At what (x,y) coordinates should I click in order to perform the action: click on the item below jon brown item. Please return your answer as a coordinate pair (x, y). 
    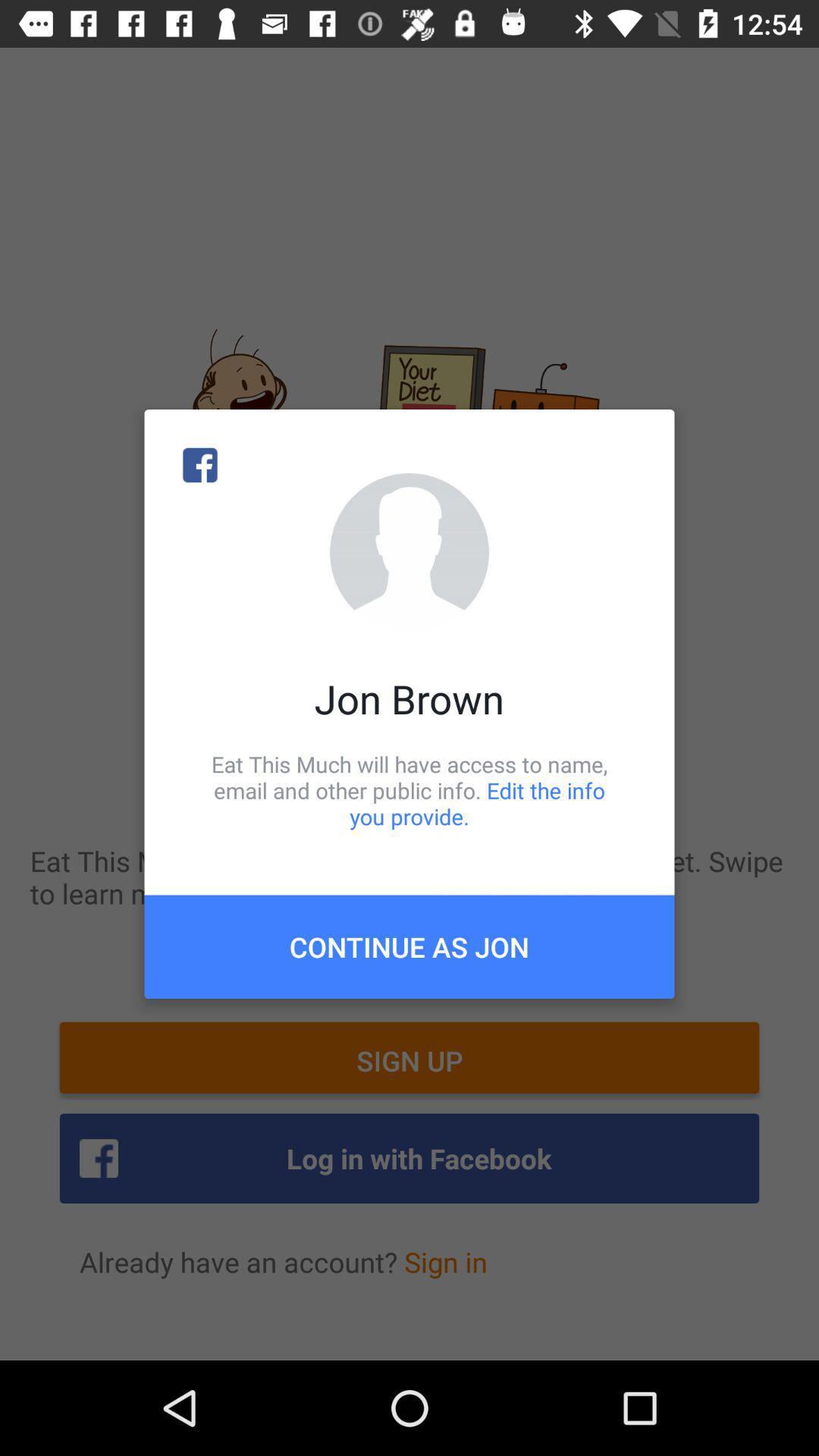
    Looking at the image, I should click on (409, 789).